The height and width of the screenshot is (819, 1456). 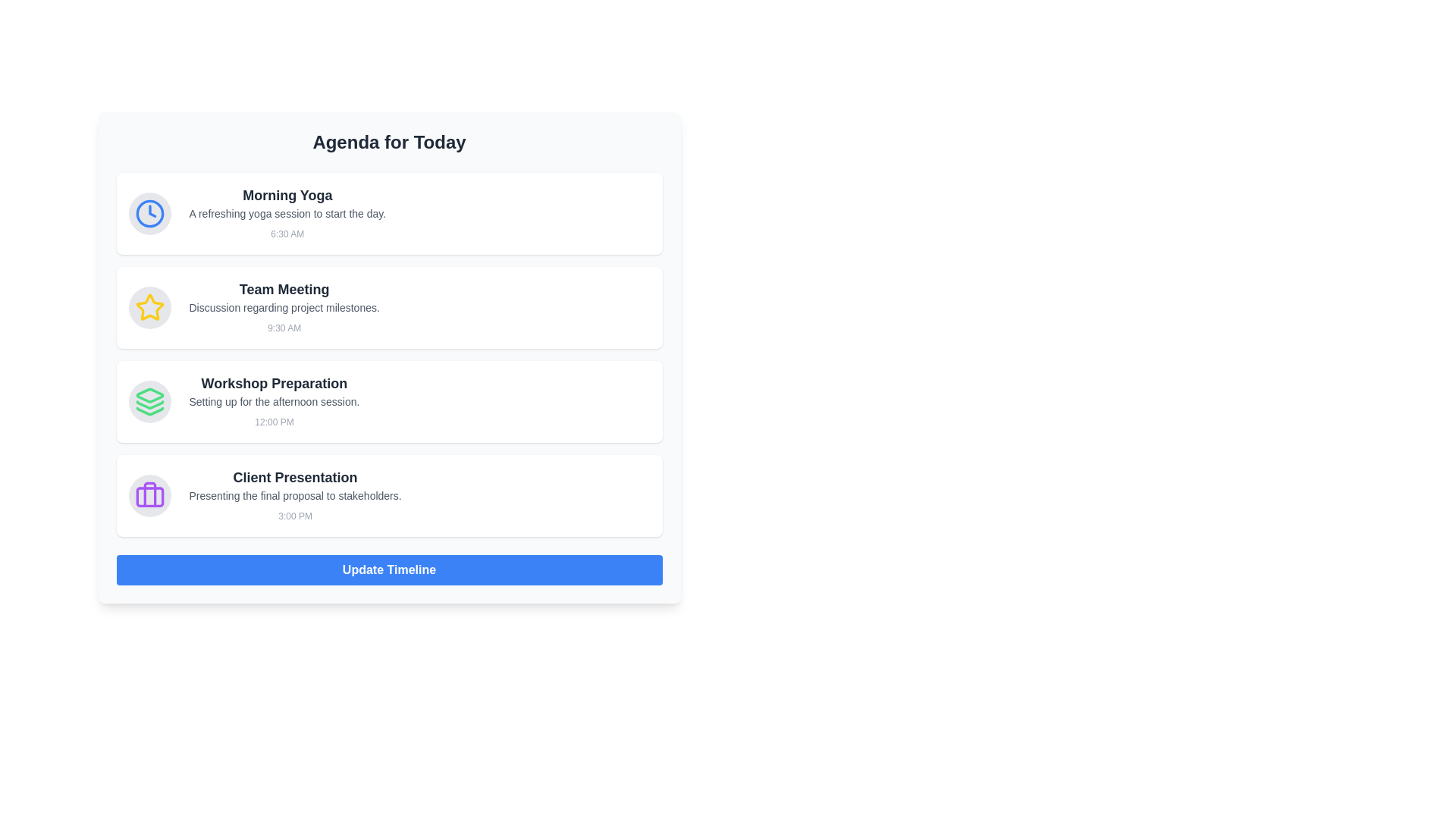 I want to click on the circular icon with a blue outline that is part of the first line item in the agenda list, positioned to the left of 'Morning Yoga', so click(x=149, y=213).